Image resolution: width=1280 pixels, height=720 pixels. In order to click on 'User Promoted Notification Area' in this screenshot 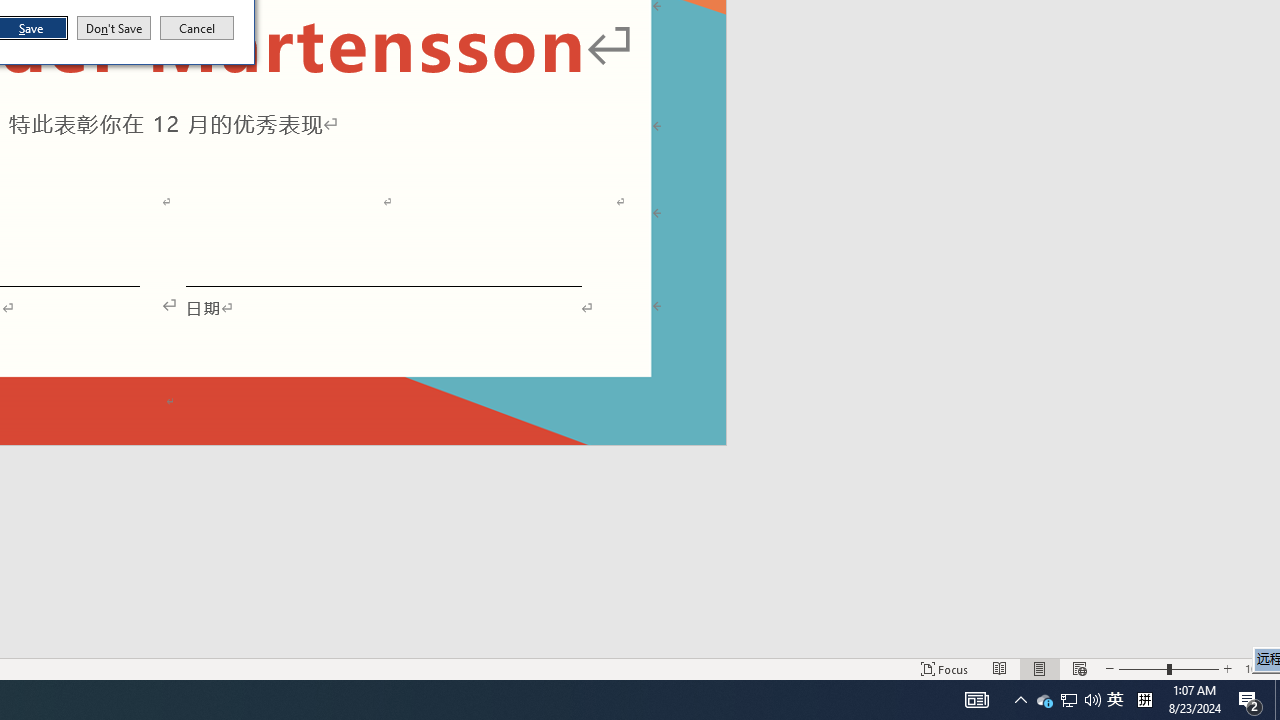, I will do `click(1114, 698)`.